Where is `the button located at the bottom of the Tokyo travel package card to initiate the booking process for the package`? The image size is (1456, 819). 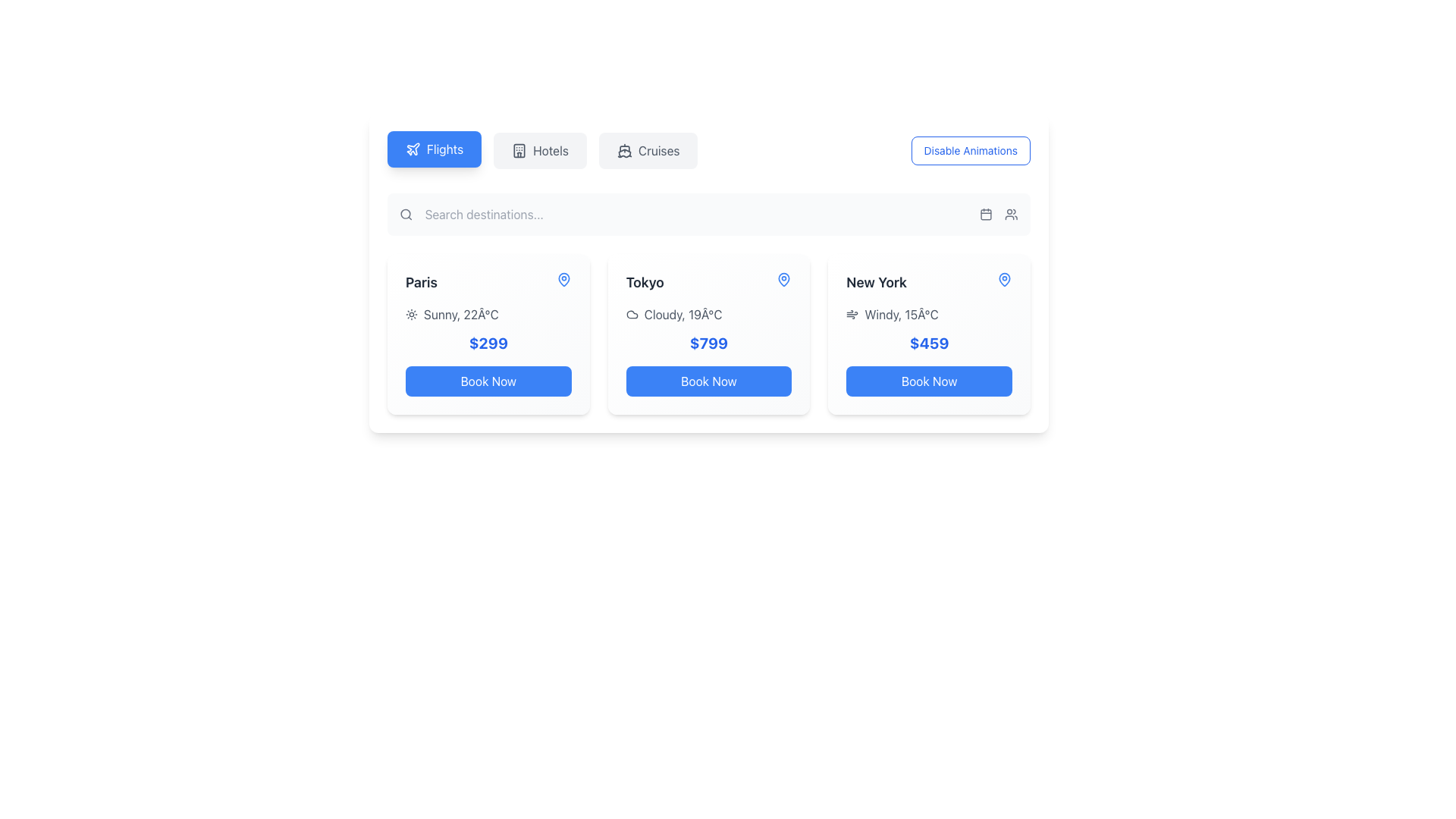
the button located at the bottom of the Tokyo travel package card to initiate the booking process for the package is located at coordinates (708, 380).